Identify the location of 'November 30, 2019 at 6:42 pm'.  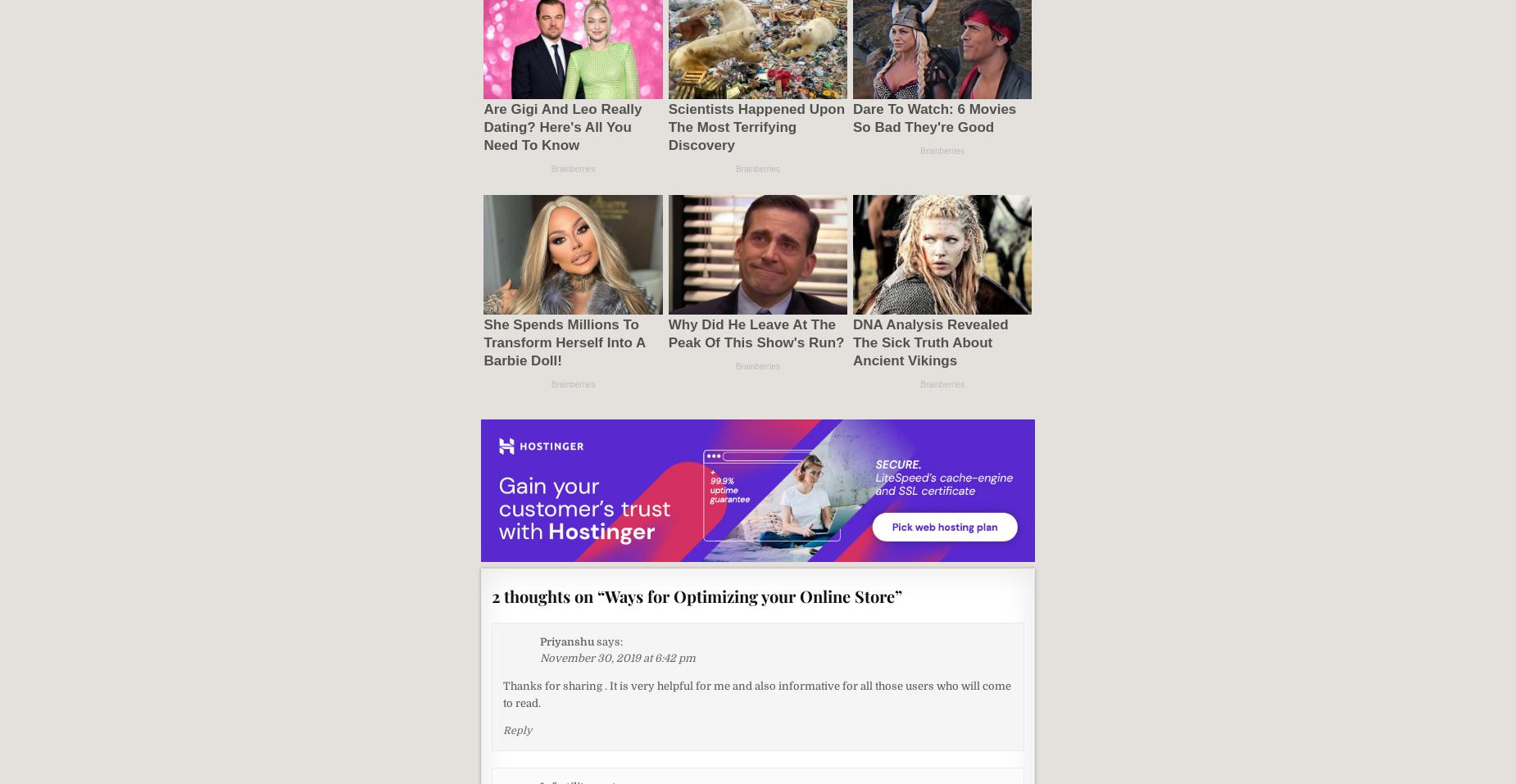
(539, 657).